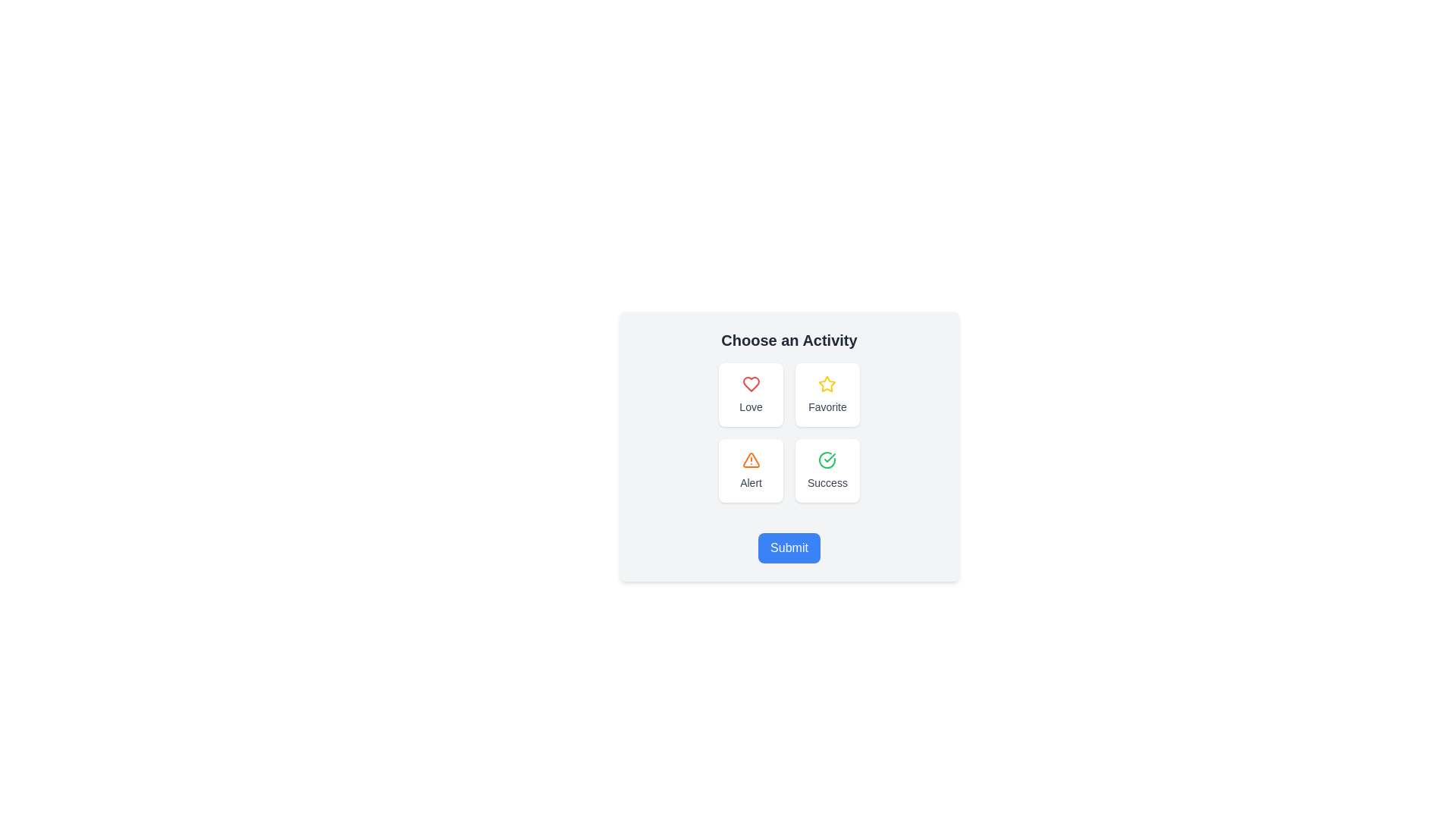 The width and height of the screenshot is (1456, 819). Describe the element at coordinates (827, 383) in the screenshot. I see `the star-shaped 'Favorite' icon outlined in yellow` at that location.